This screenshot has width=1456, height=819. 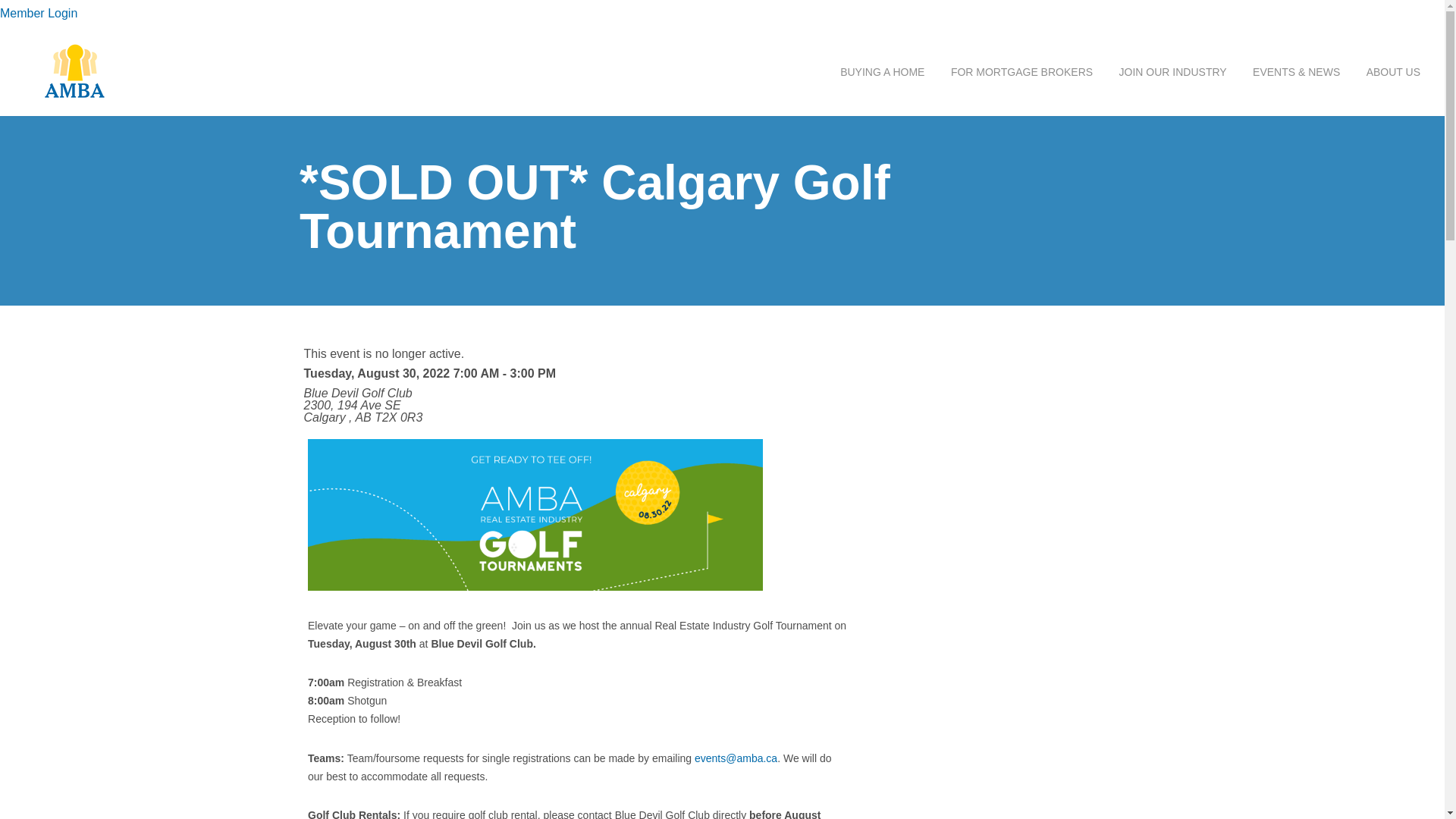 I want to click on 'FOR MORTGAGE BROKERS', so click(x=1021, y=72).